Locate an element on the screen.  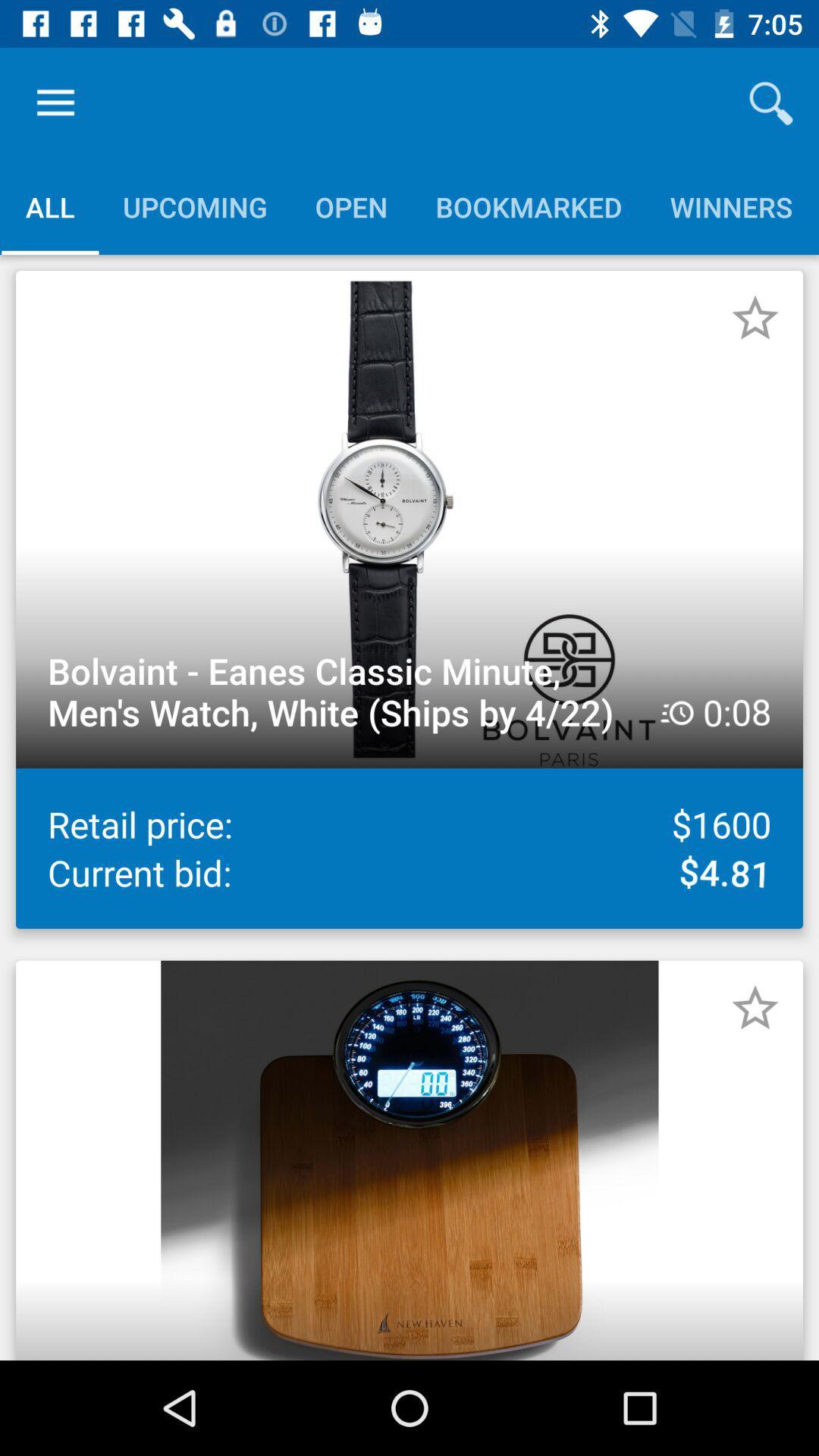
as favourite is located at coordinates (755, 1008).